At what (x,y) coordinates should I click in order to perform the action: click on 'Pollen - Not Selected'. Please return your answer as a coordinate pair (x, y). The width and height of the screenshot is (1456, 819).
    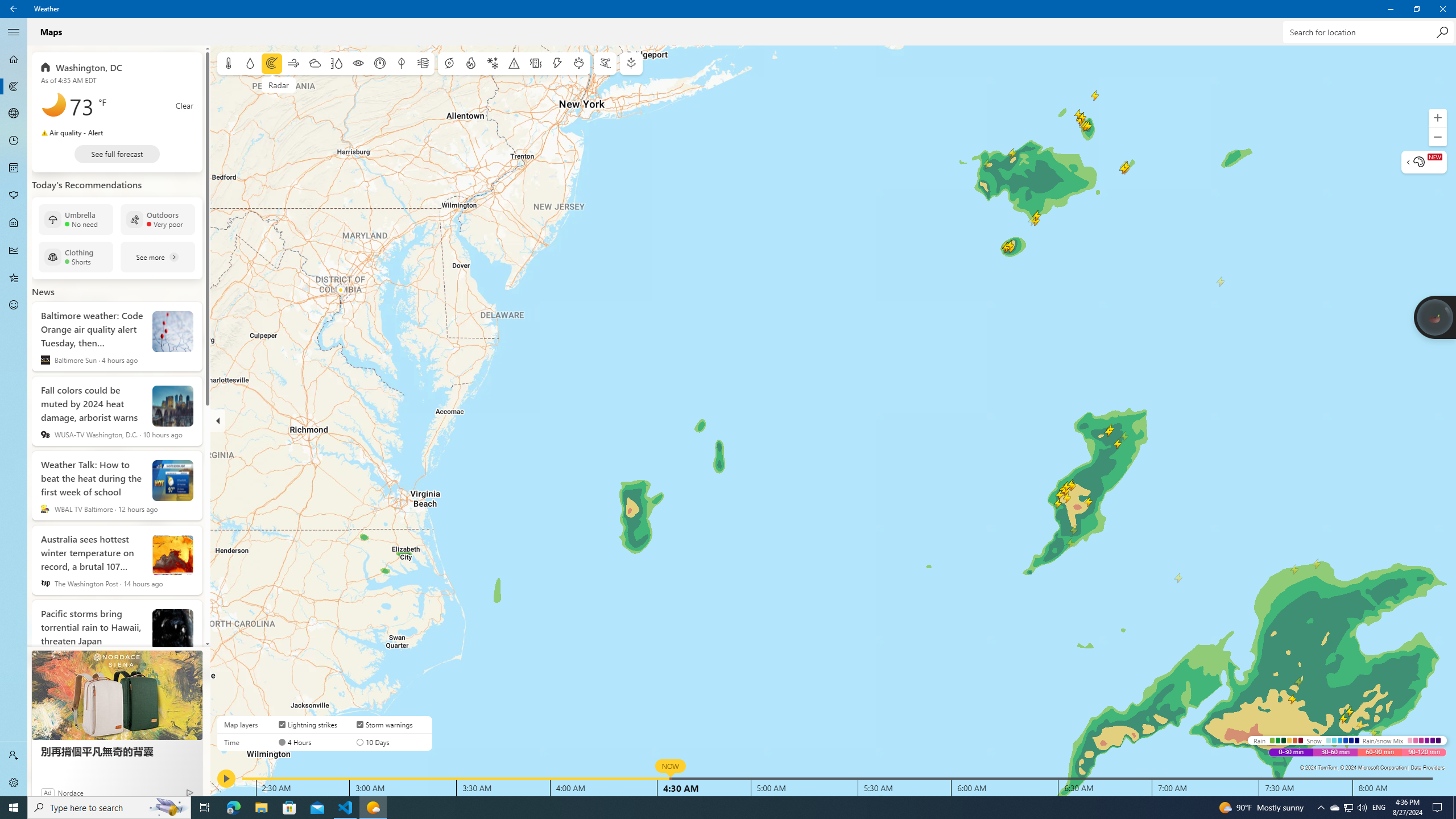
    Looking at the image, I should click on (14, 196).